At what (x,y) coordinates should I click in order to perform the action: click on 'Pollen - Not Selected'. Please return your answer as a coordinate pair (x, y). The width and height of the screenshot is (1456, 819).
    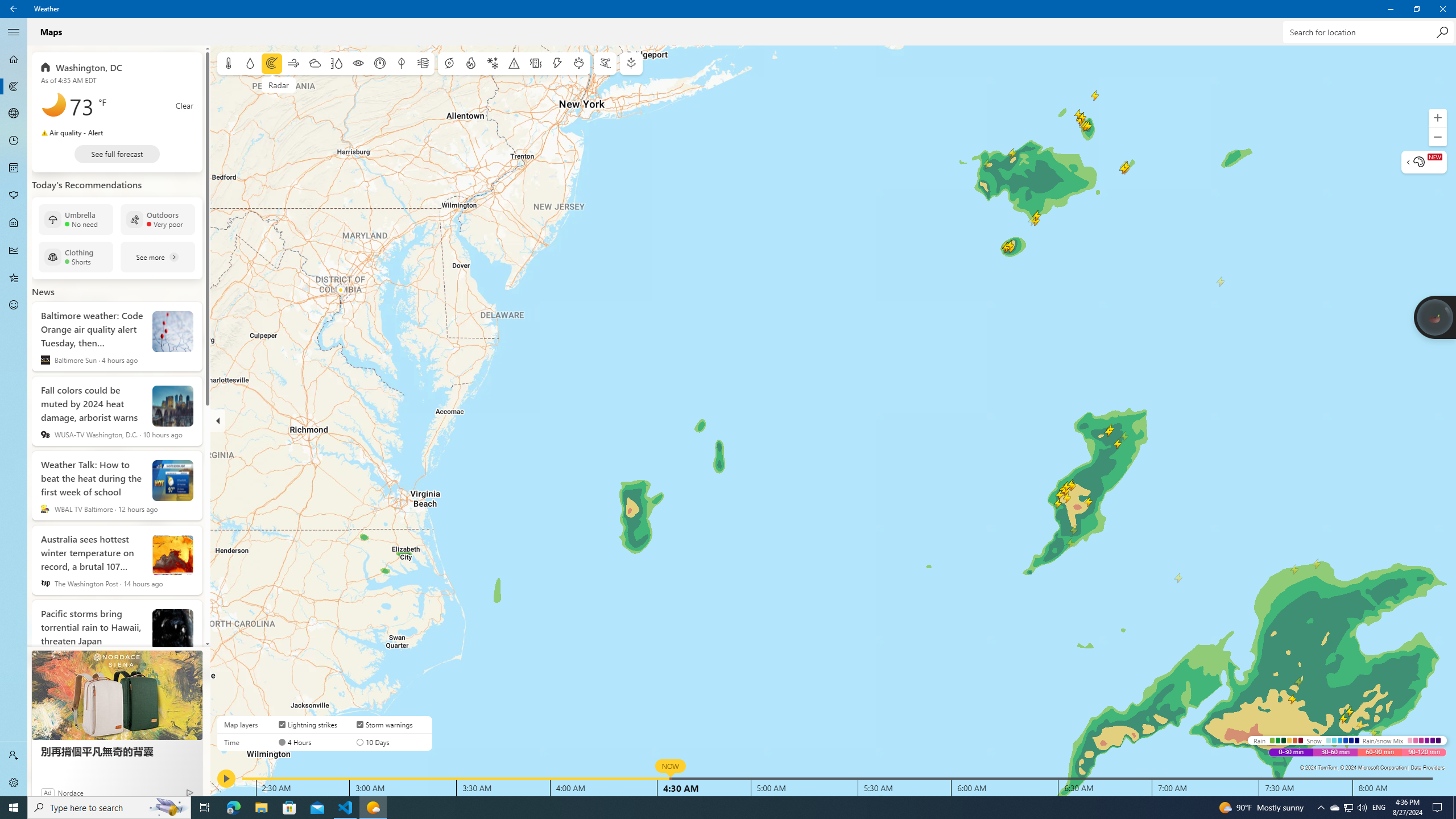
    Looking at the image, I should click on (14, 196).